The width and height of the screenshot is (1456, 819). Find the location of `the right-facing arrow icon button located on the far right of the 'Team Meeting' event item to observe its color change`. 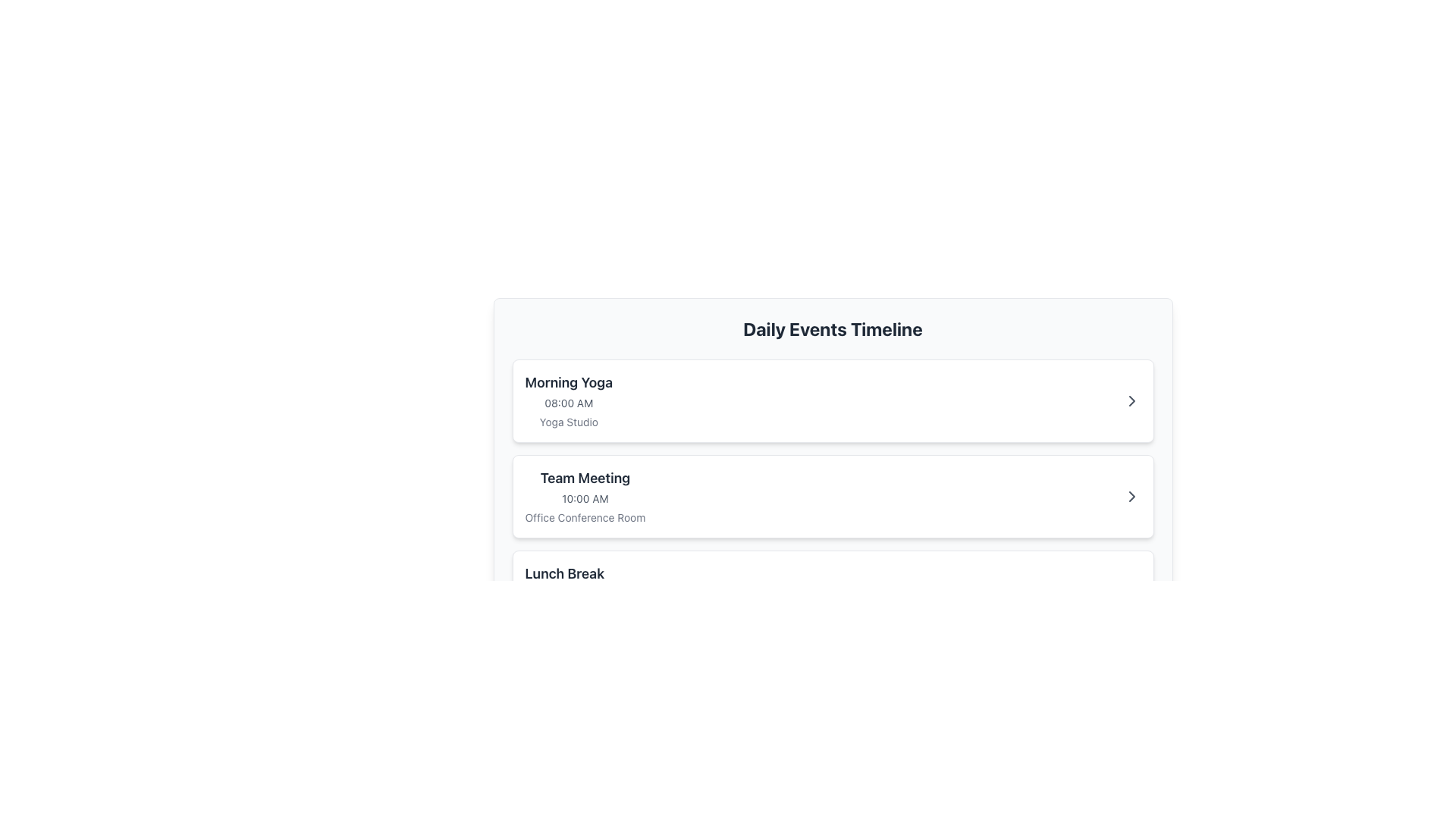

the right-facing arrow icon button located on the far right of the 'Team Meeting' event item to observe its color change is located at coordinates (1131, 497).